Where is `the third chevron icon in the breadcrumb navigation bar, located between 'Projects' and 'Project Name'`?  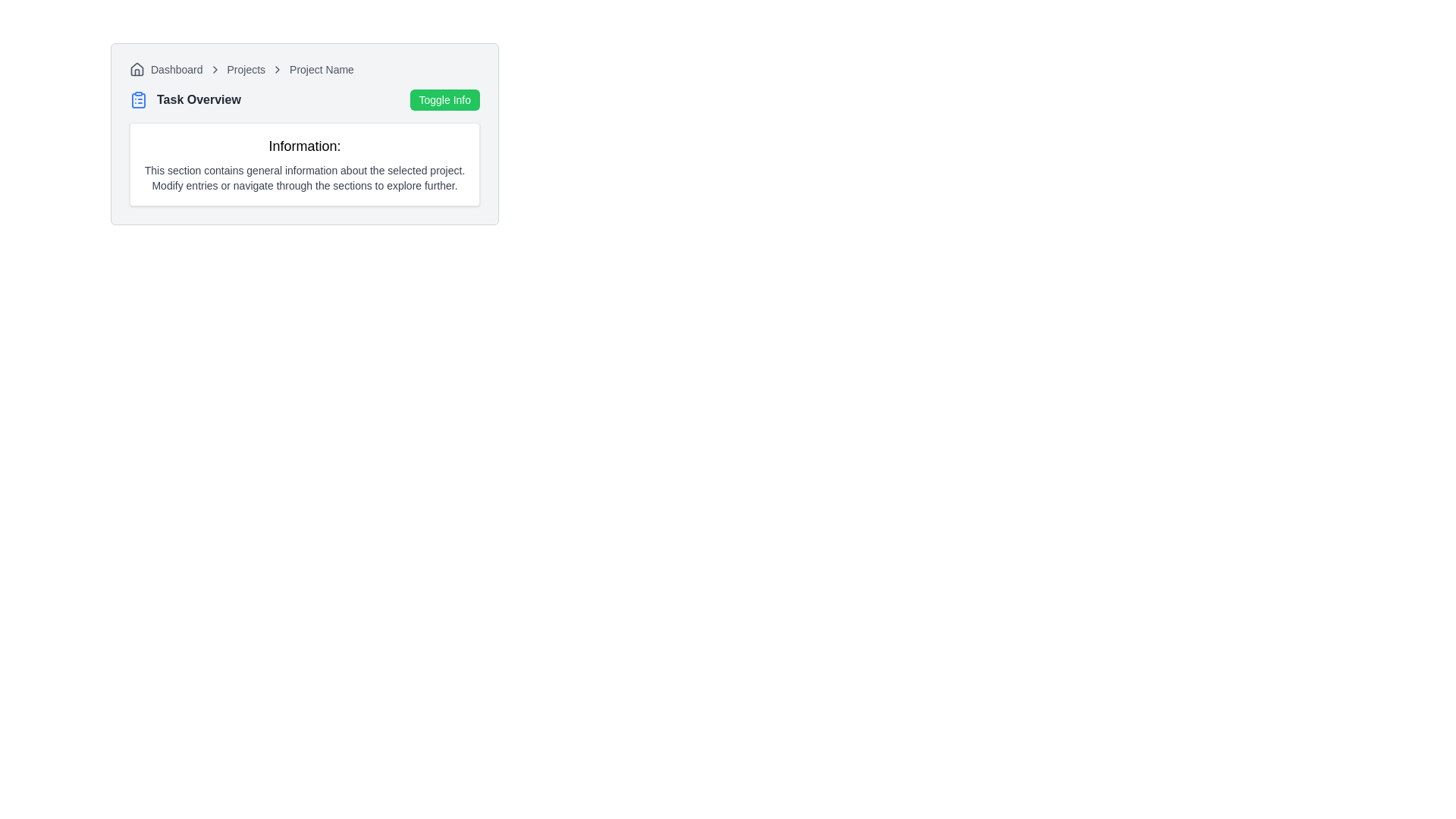
the third chevron icon in the breadcrumb navigation bar, located between 'Projects' and 'Project Name' is located at coordinates (278, 70).